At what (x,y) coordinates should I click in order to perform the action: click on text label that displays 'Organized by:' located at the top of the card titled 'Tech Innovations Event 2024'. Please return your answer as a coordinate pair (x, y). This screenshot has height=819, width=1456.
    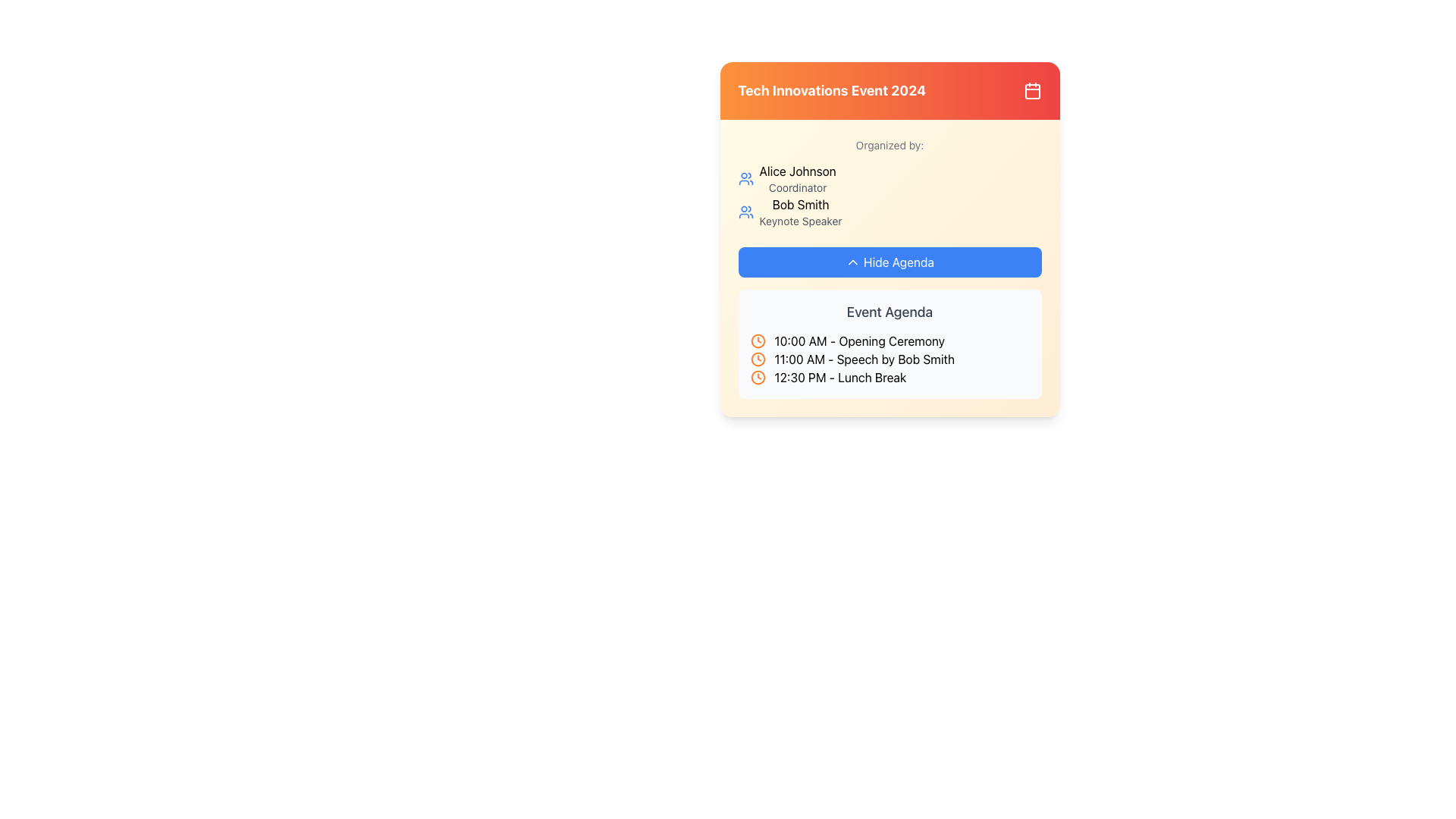
    Looking at the image, I should click on (890, 146).